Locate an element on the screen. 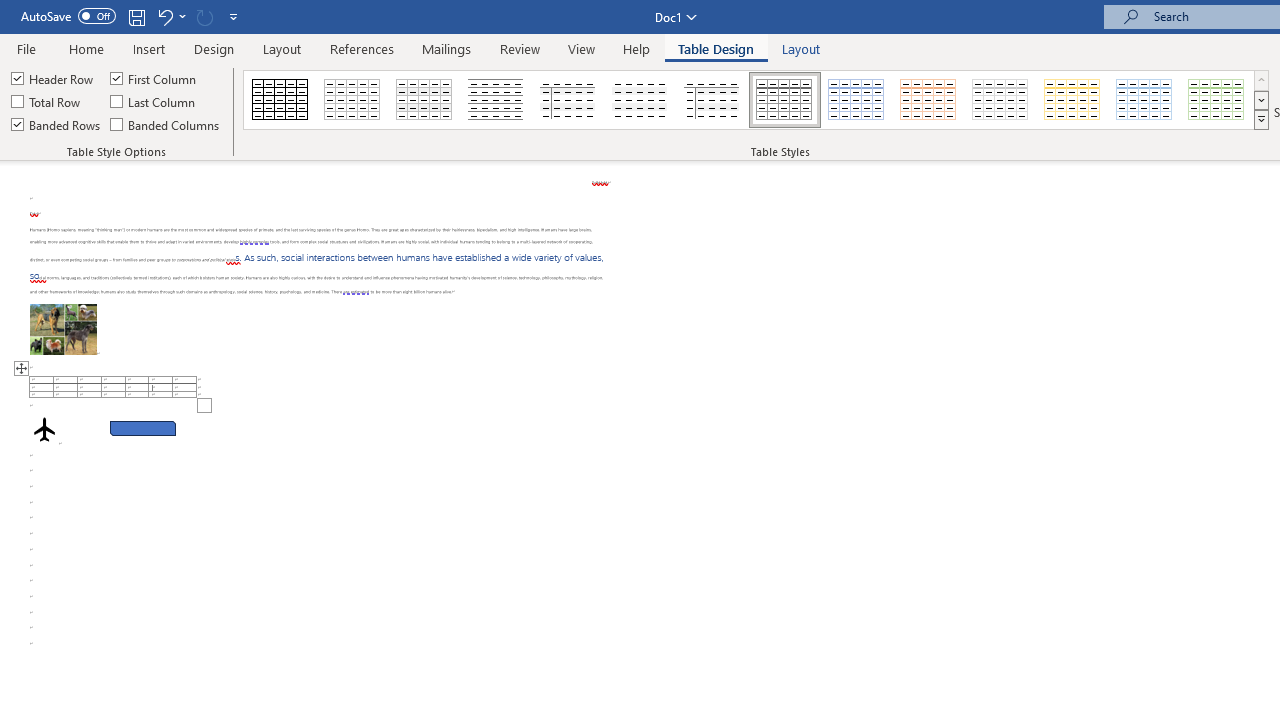 This screenshot has width=1280, height=720. 'Grid Table 1 Light - Accent 4' is located at coordinates (1071, 100).